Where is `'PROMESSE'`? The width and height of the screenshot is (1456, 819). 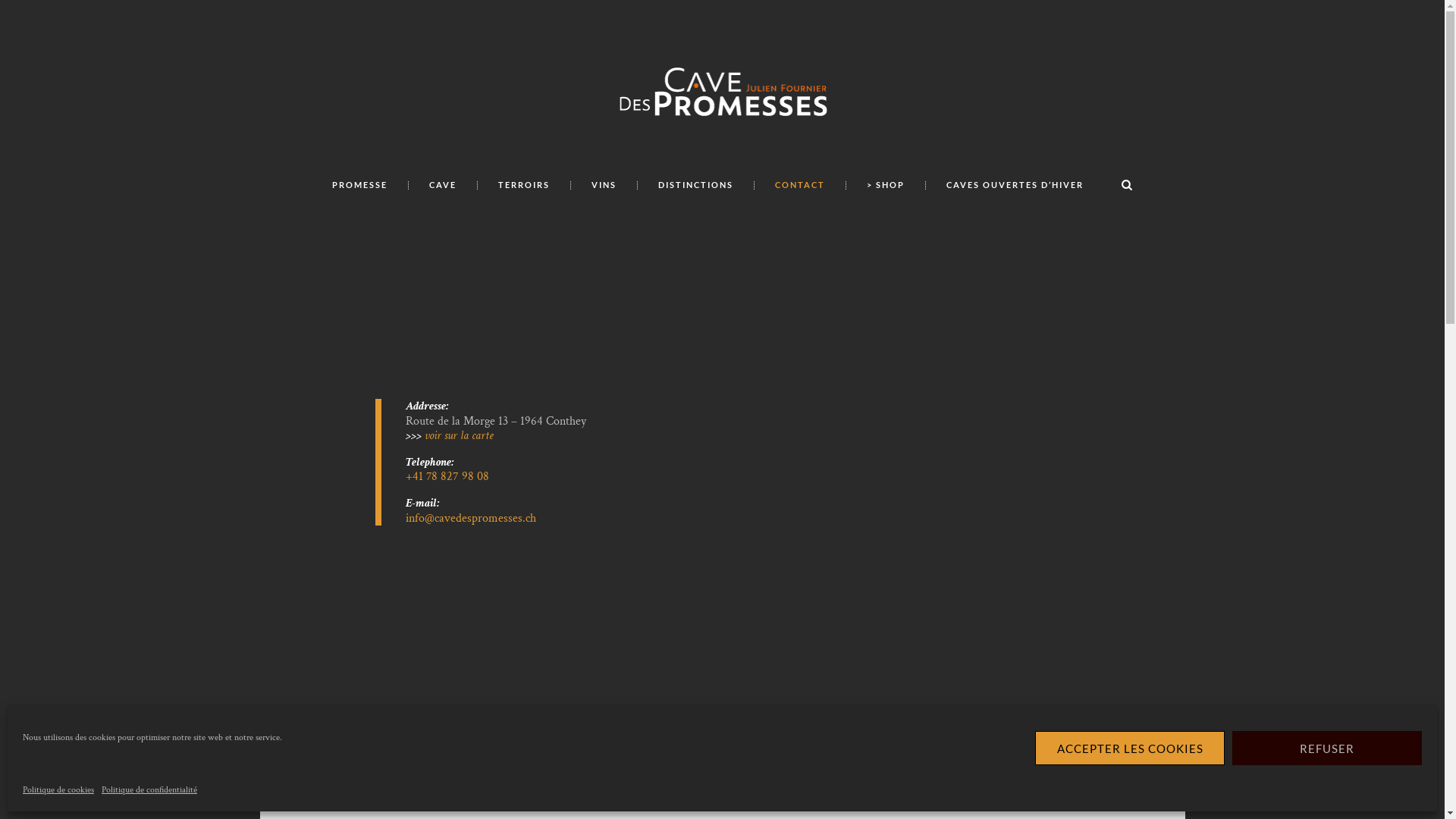
'PROMESSE' is located at coordinates (359, 184).